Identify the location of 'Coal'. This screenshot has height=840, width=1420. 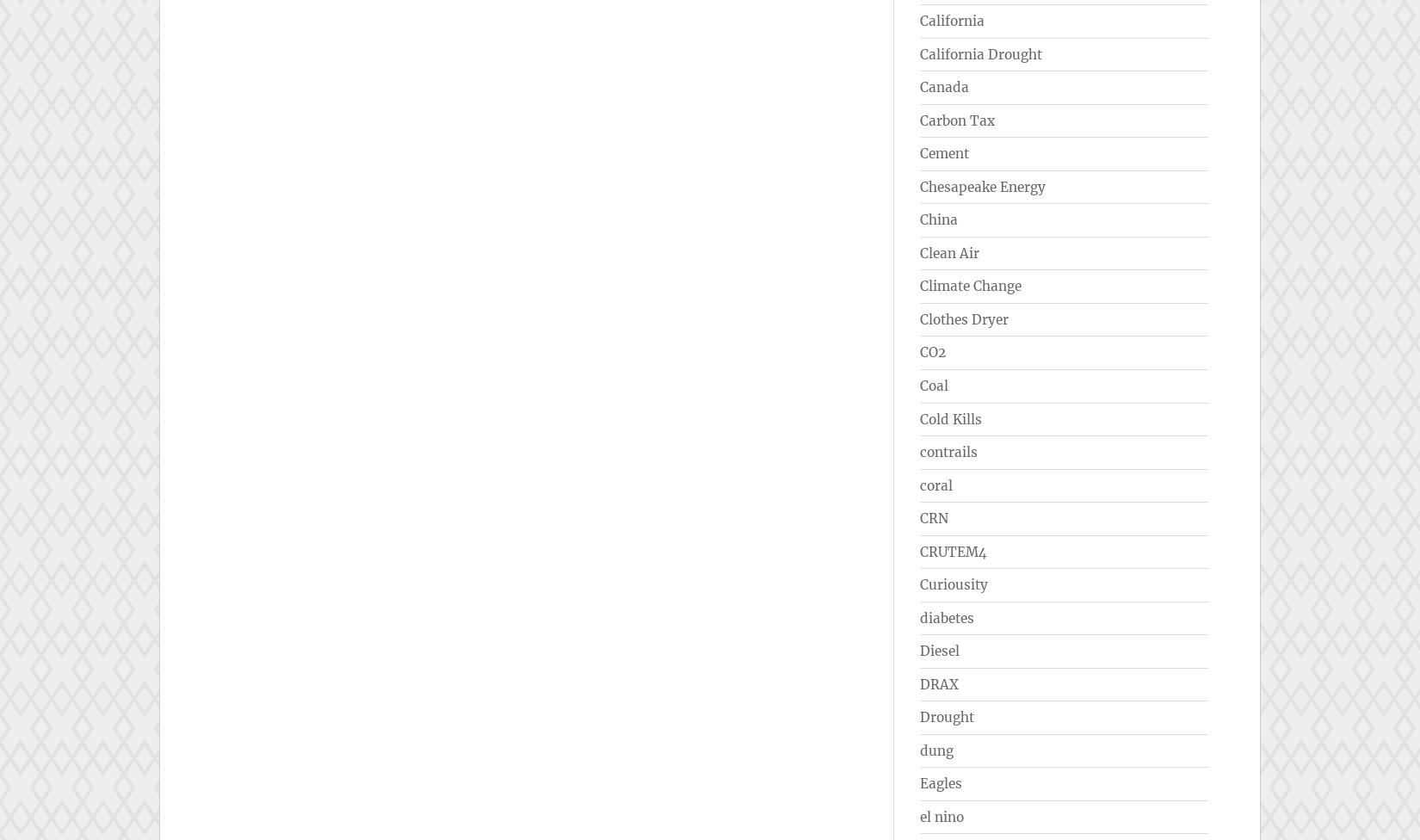
(934, 384).